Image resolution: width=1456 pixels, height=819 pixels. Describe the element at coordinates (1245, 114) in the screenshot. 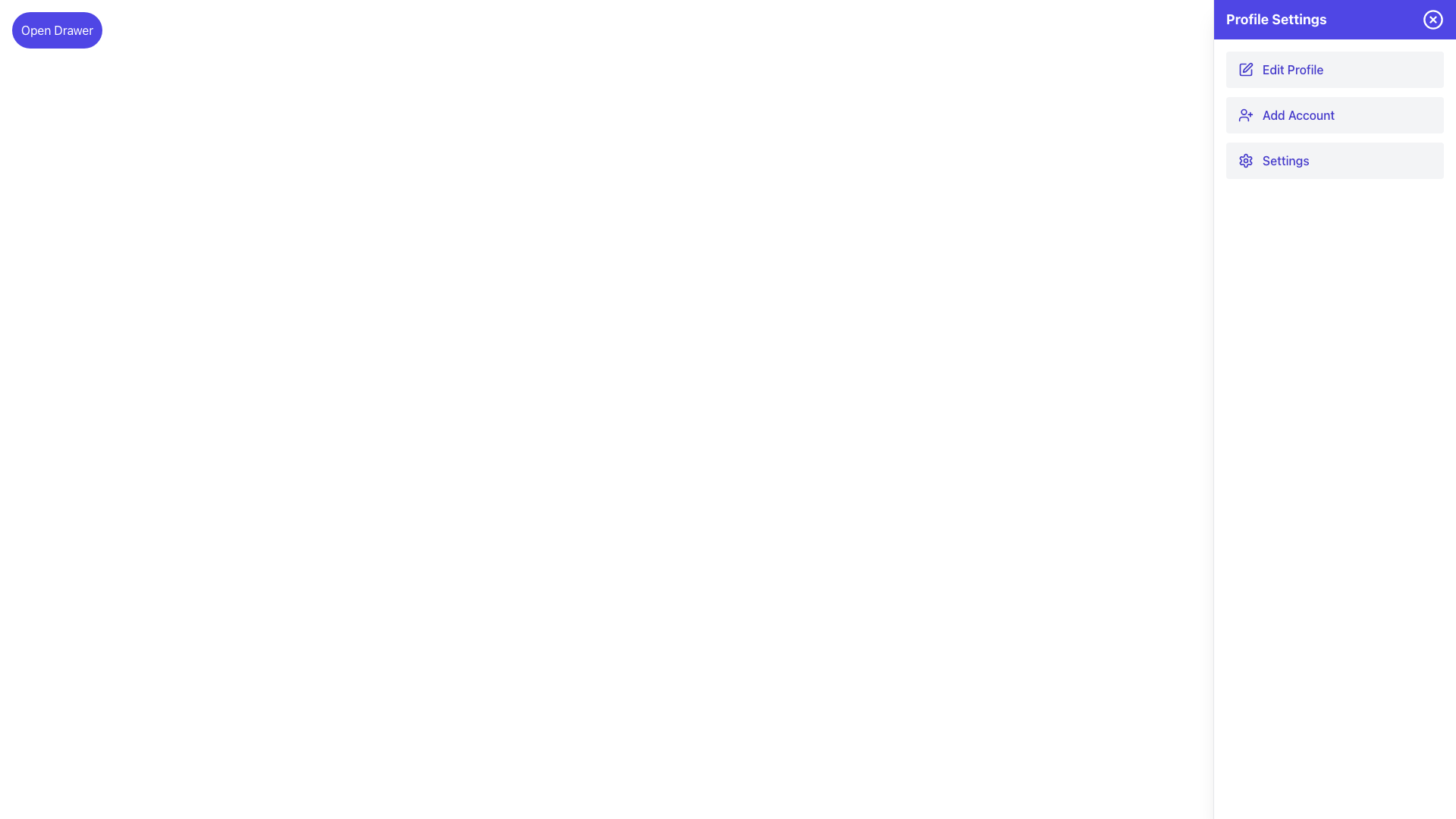

I see `the icon that represents the functionality of adding a new account, which is located to the left of the 'Add Account' text in the 'Profile Settings' section of the side panel` at that location.